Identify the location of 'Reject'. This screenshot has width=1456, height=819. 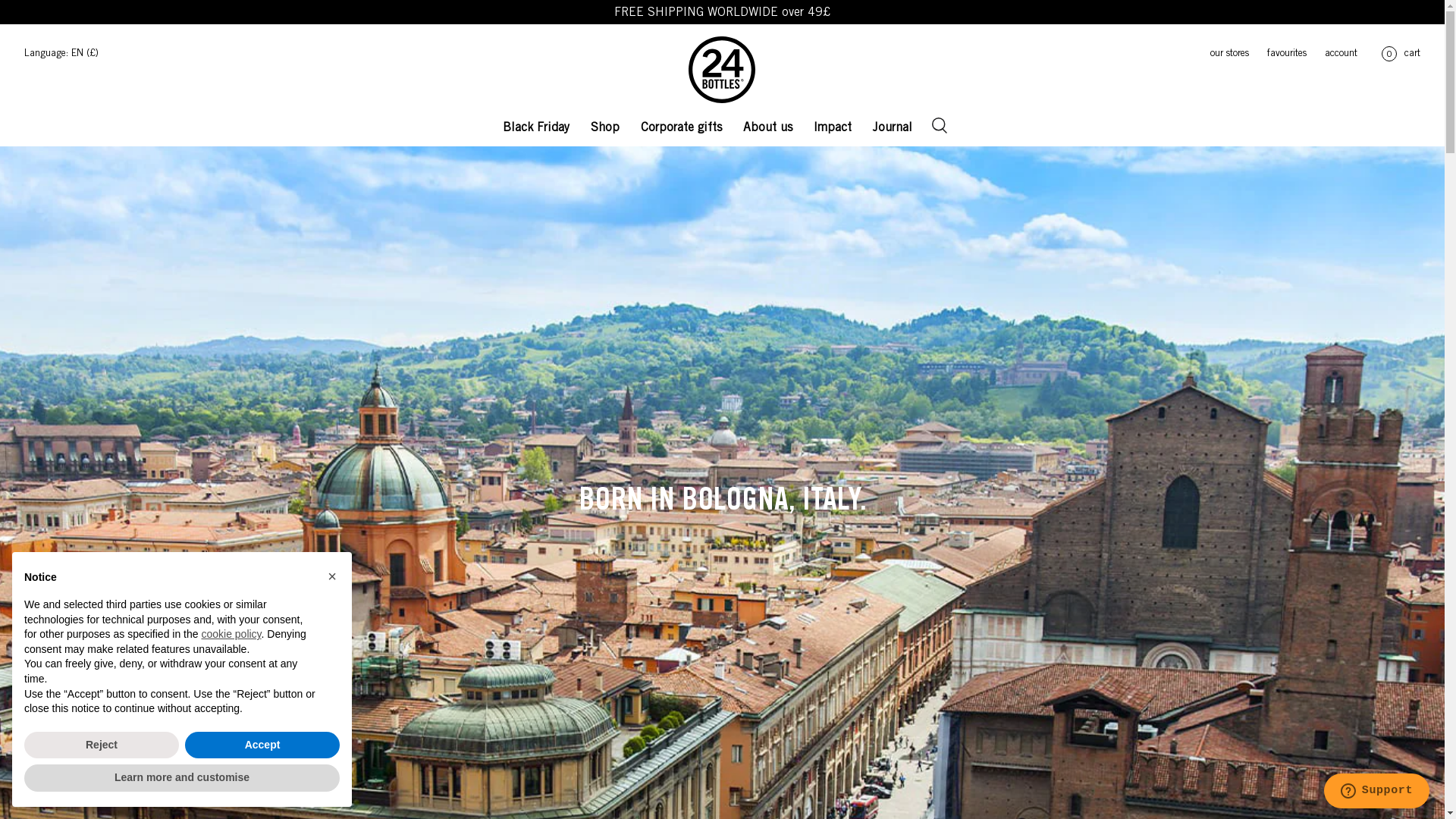
(101, 745).